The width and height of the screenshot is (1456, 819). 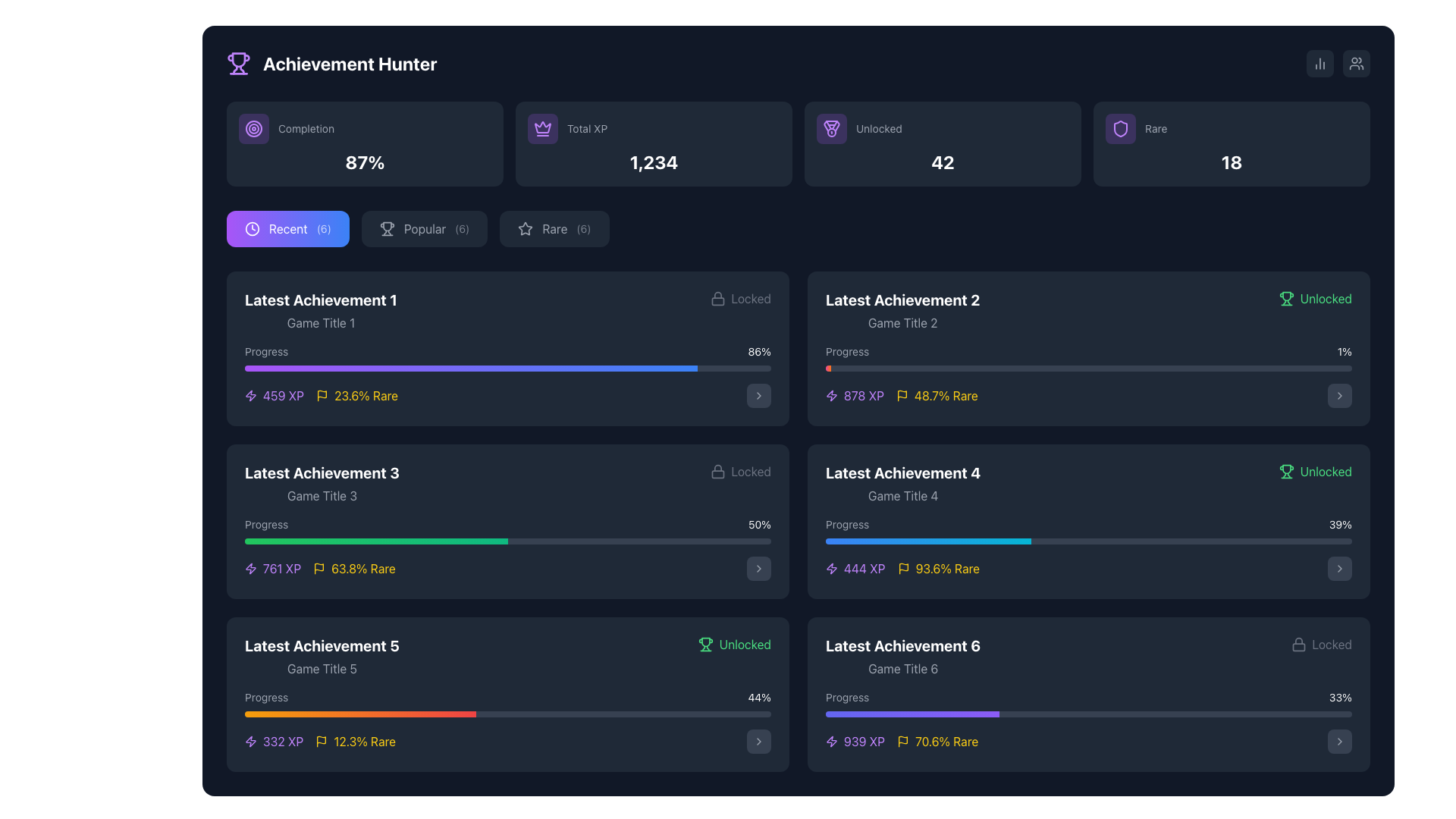 What do you see at coordinates (321, 483) in the screenshot?
I see `the text block displaying 'Latest Achievement 3' which contains 'Game Title 3' in a smaller gray font, located in the middle left section of the interface` at bounding box center [321, 483].